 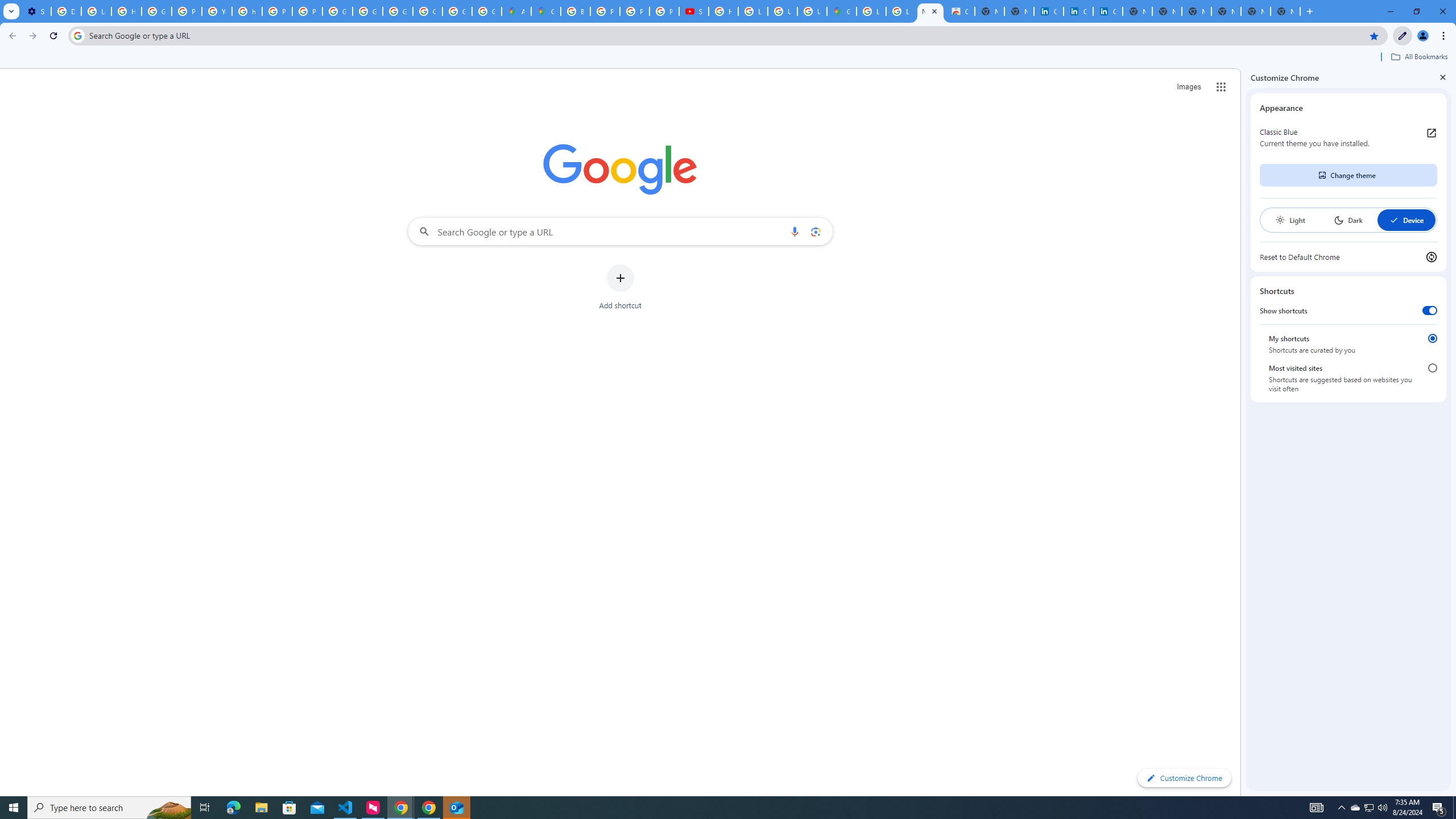 What do you see at coordinates (65, 11) in the screenshot?
I see `'Delete photos & videos - Computer - Google Photos Help'` at bounding box center [65, 11].